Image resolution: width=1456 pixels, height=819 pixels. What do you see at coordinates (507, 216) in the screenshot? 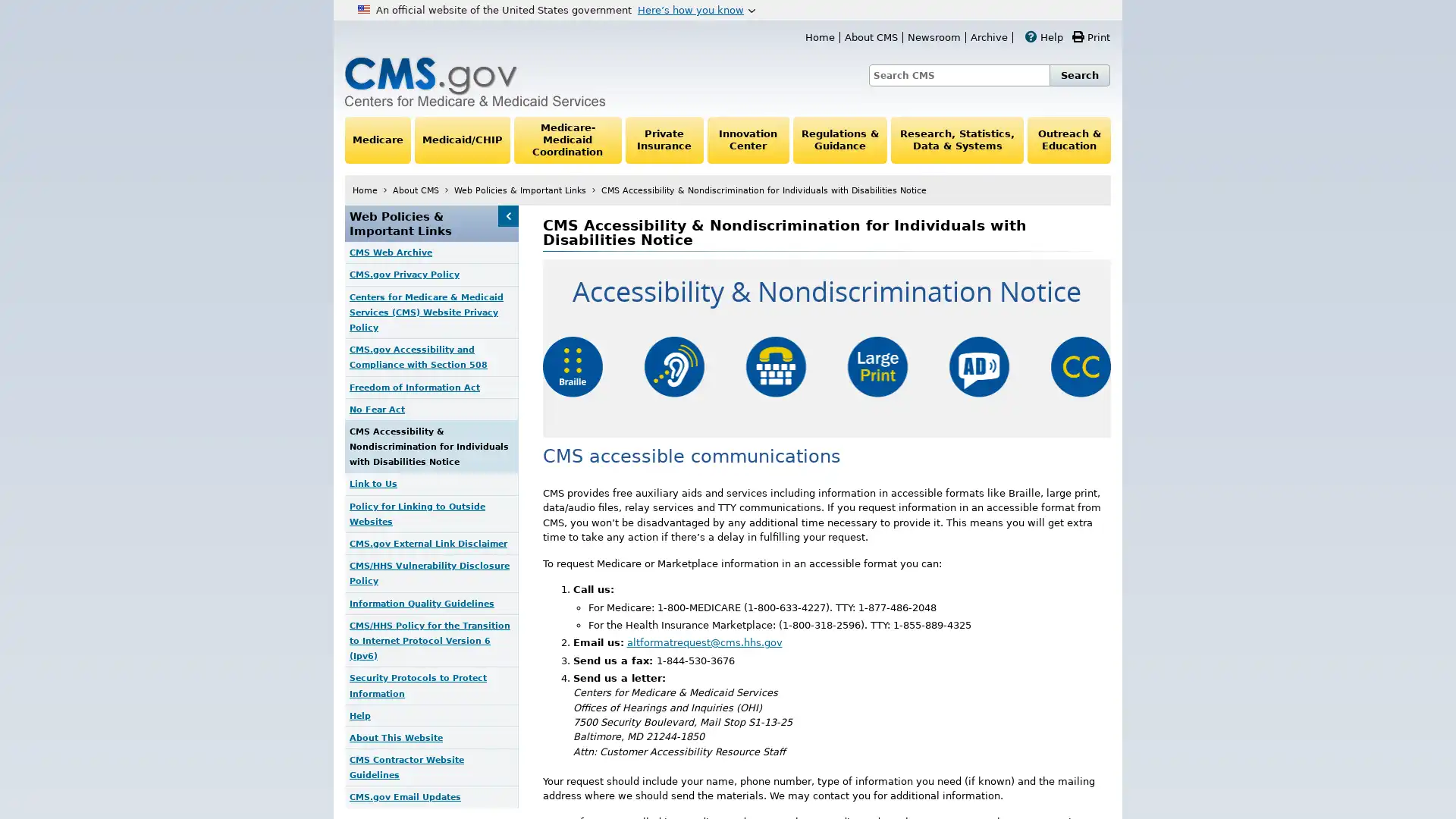
I see `Web Policies & Important Links` at bounding box center [507, 216].